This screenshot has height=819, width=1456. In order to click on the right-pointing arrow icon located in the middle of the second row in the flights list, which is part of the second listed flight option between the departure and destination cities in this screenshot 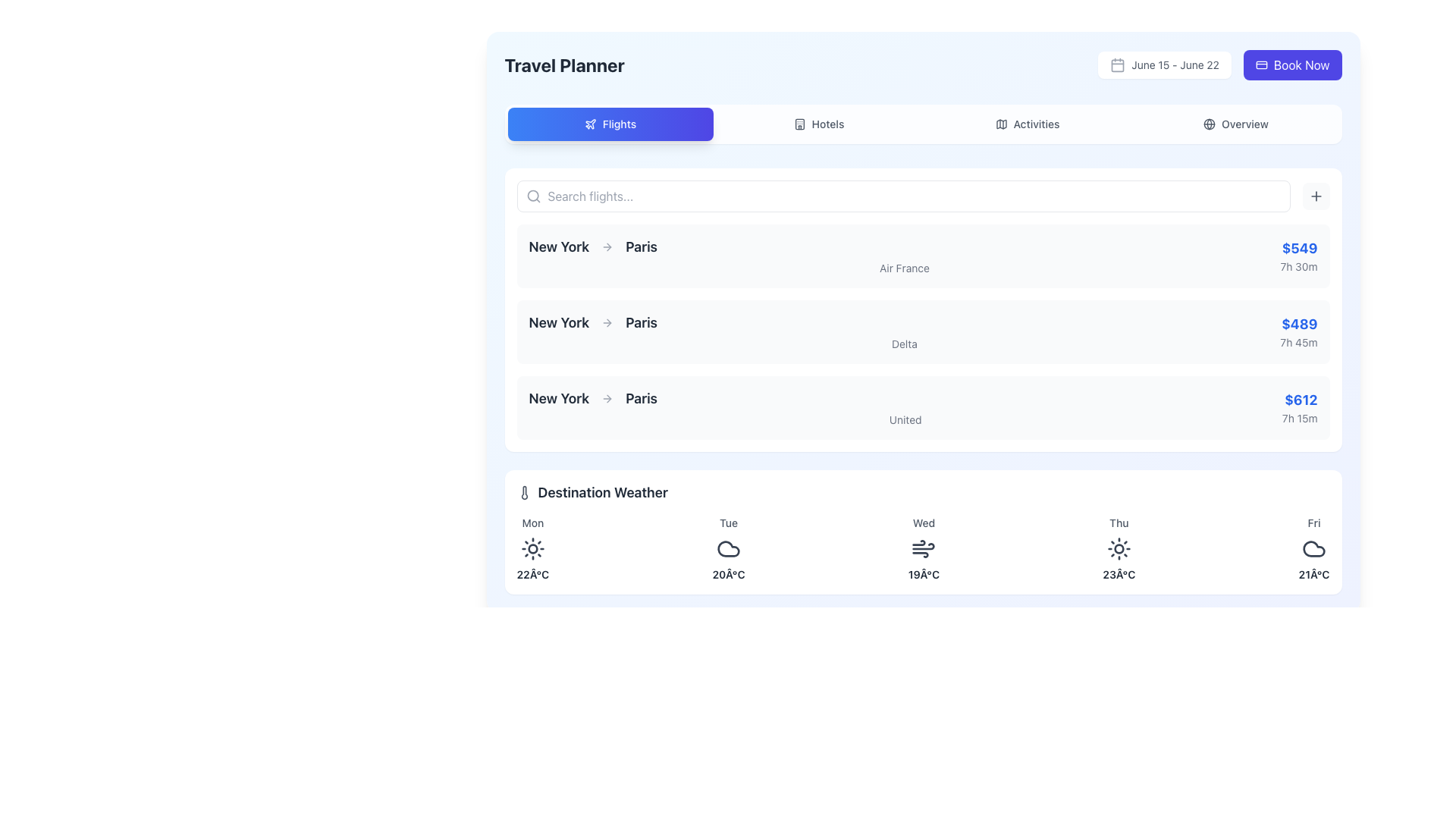, I will do `click(609, 322)`.